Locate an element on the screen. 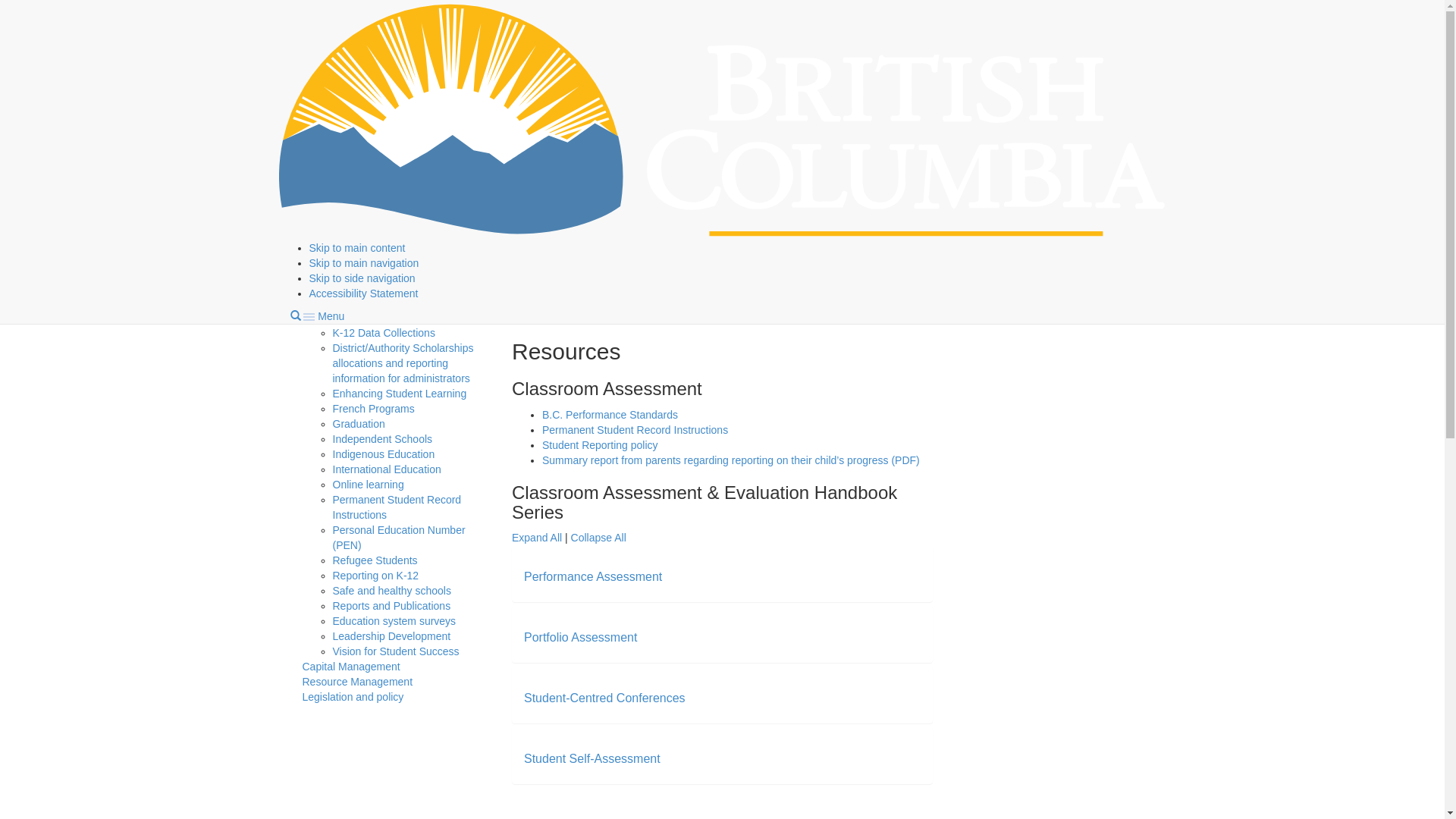 The height and width of the screenshot is (819, 1456). 'Using assessment data' is located at coordinates (418, 271).